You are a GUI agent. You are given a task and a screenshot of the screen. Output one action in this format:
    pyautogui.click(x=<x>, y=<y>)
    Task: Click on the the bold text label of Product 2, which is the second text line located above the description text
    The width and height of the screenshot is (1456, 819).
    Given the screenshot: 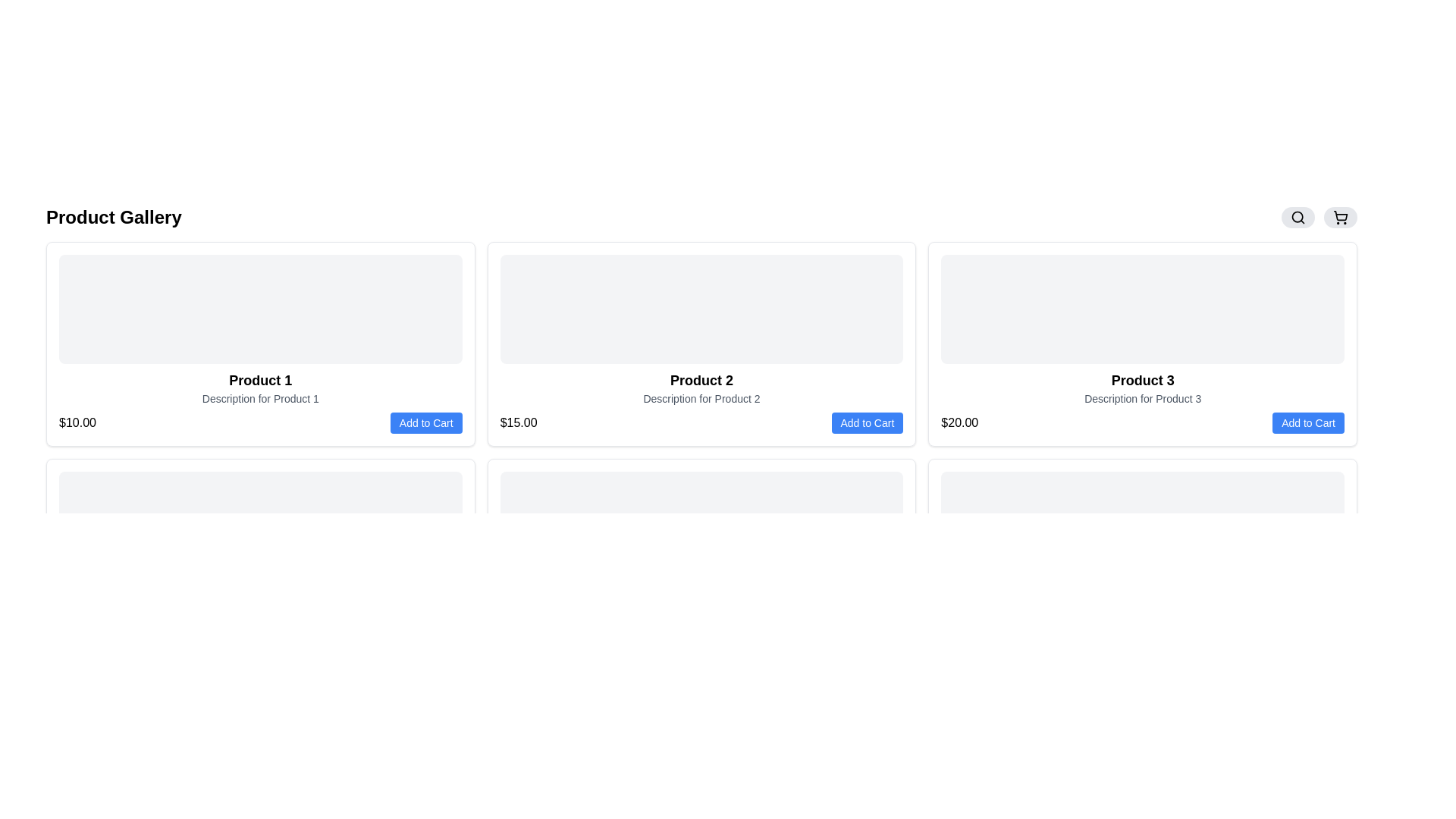 What is the action you would take?
    pyautogui.click(x=701, y=379)
    